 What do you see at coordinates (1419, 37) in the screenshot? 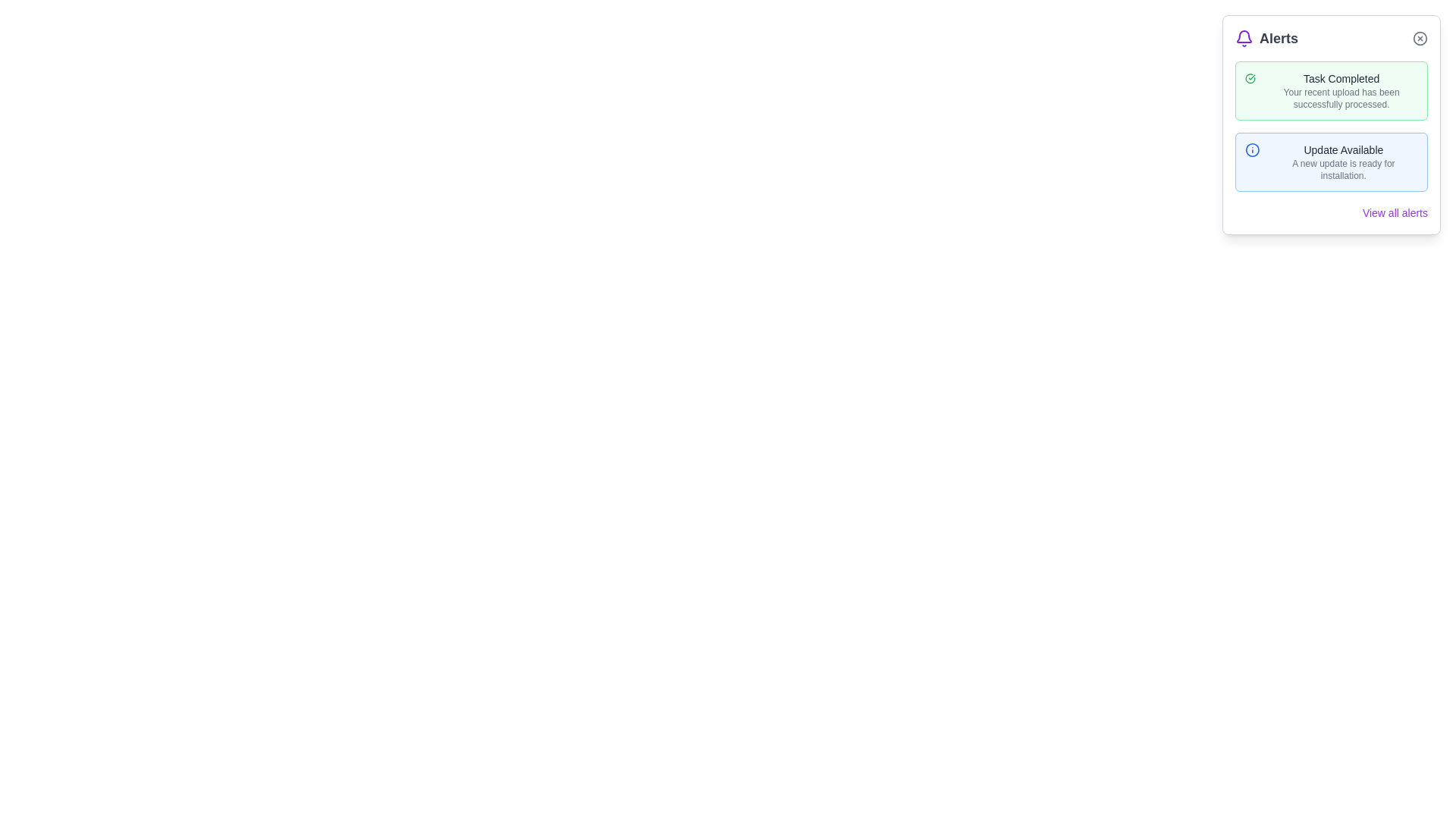
I see `the decorative circle element that is part of the close button design located in the top-right corner of the 'Alerts' panel` at bounding box center [1419, 37].